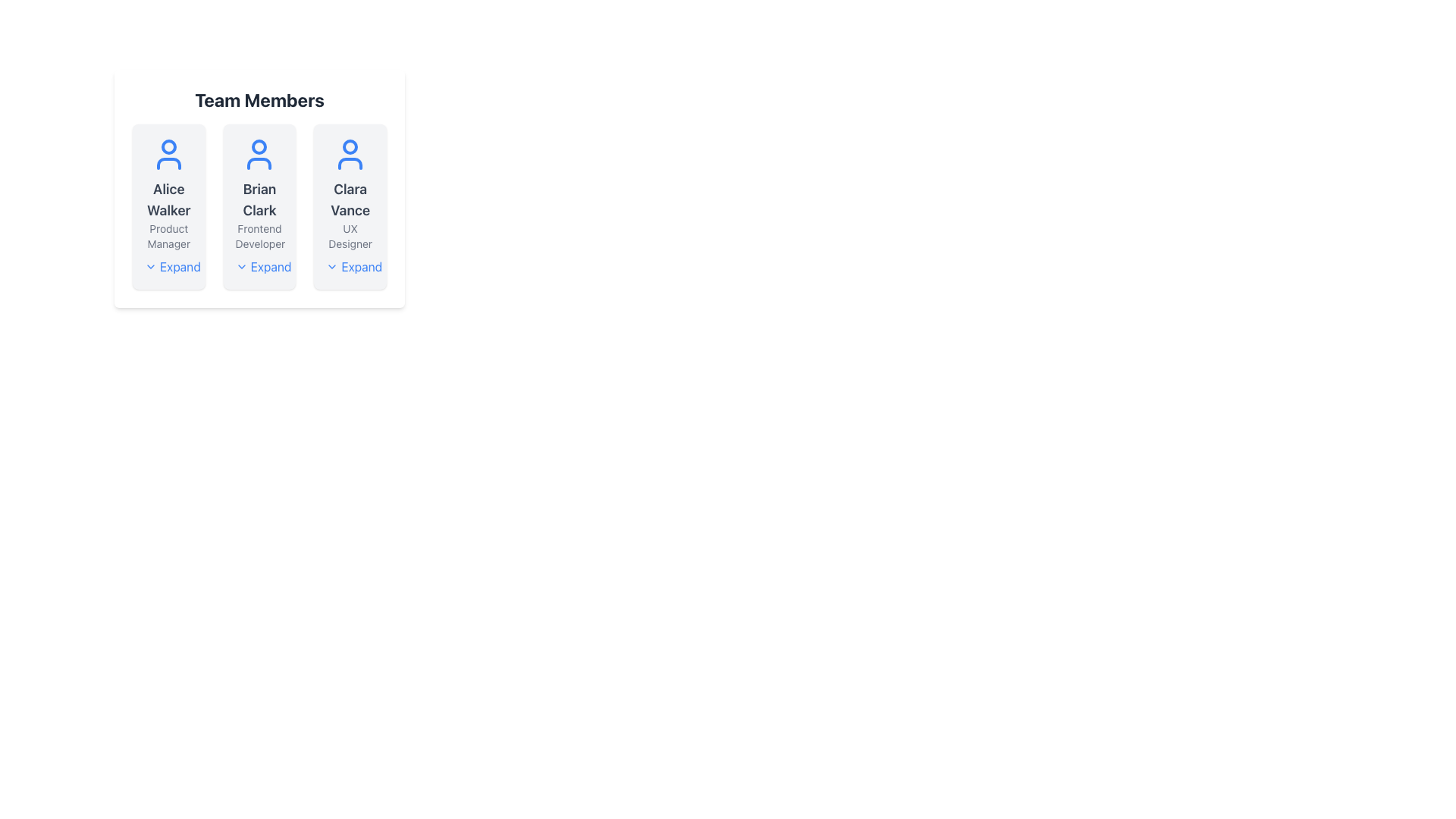  I want to click on the downward-facing chevron icon in the 'Expand' section under 'Alice Walker', so click(150, 265).